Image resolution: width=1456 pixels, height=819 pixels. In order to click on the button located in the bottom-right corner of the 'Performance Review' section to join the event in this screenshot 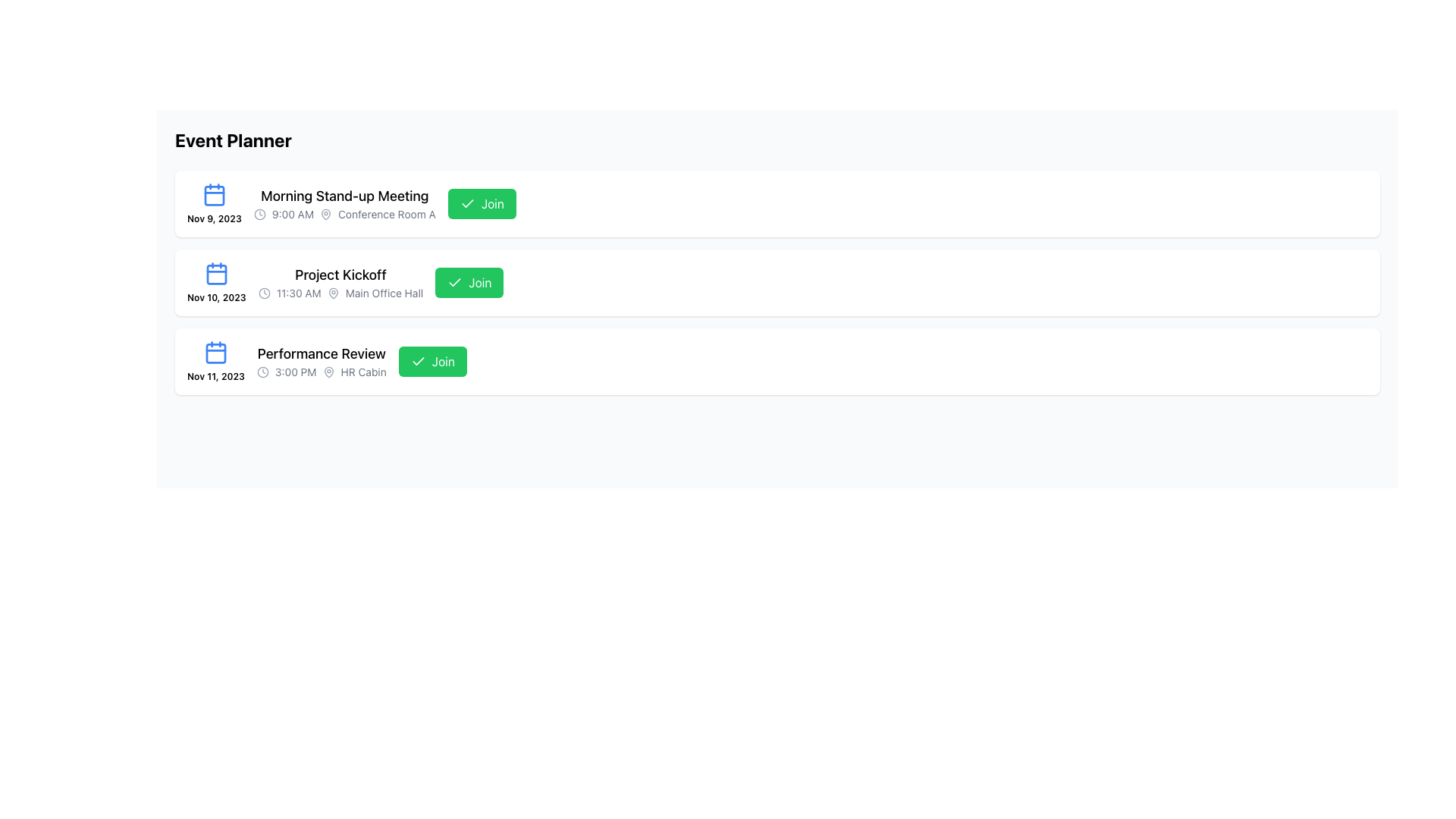, I will do `click(431, 362)`.